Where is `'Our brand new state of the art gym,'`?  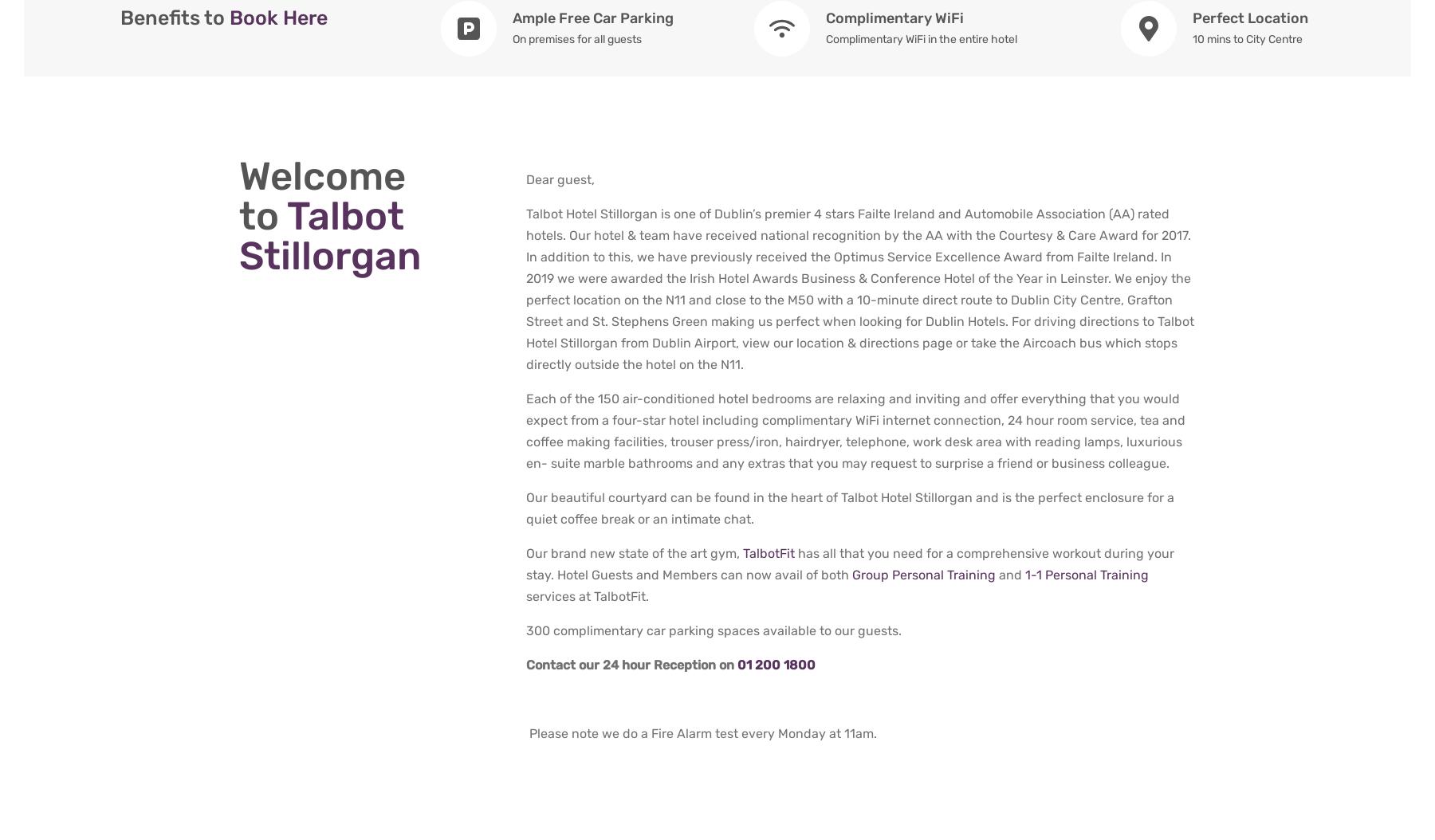
'Our brand new state of the art gym,' is located at coordinates (634, 552).